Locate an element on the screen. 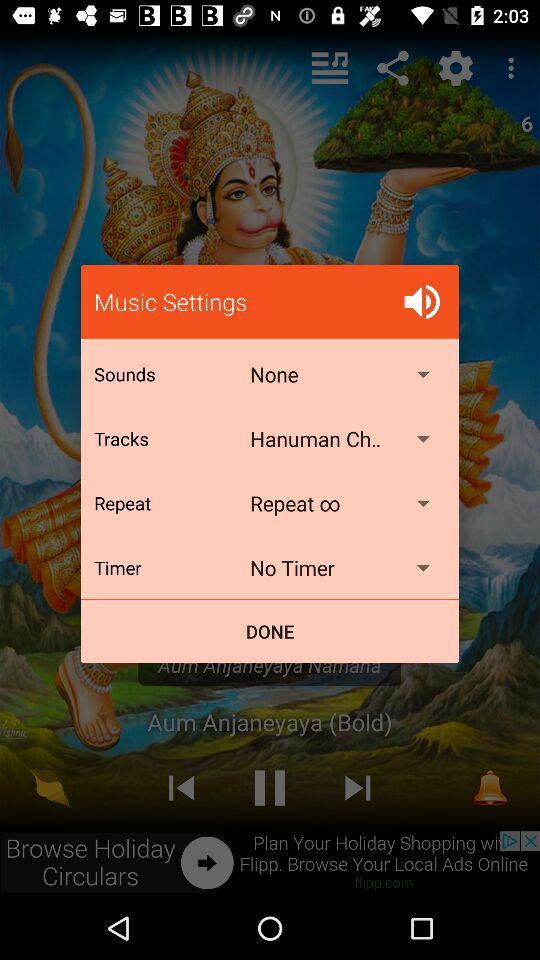 The image size is (540, 960). done icon is located at coordinates (270, 630).